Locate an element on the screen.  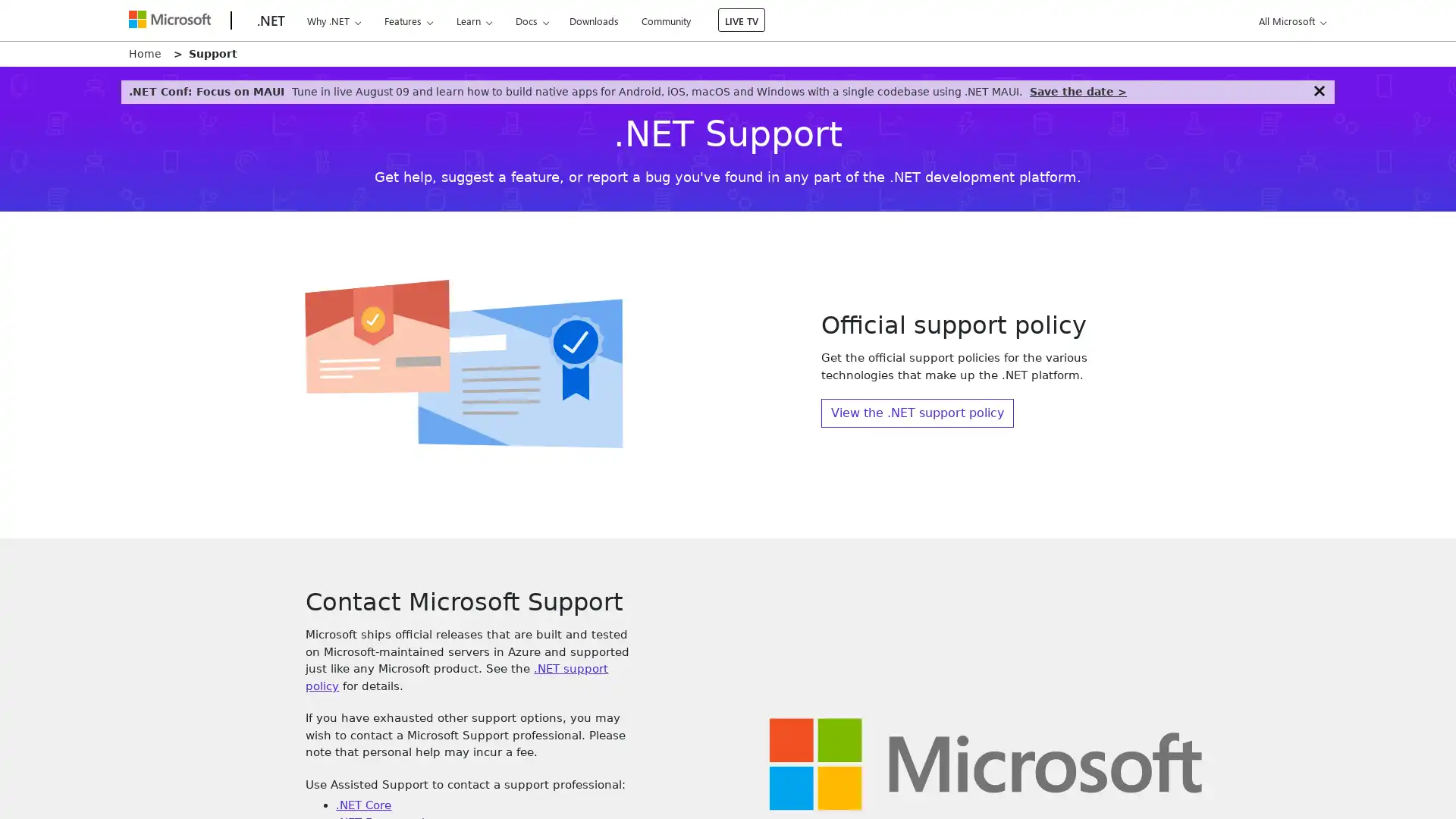
close is located at coordinates (1318, 90).